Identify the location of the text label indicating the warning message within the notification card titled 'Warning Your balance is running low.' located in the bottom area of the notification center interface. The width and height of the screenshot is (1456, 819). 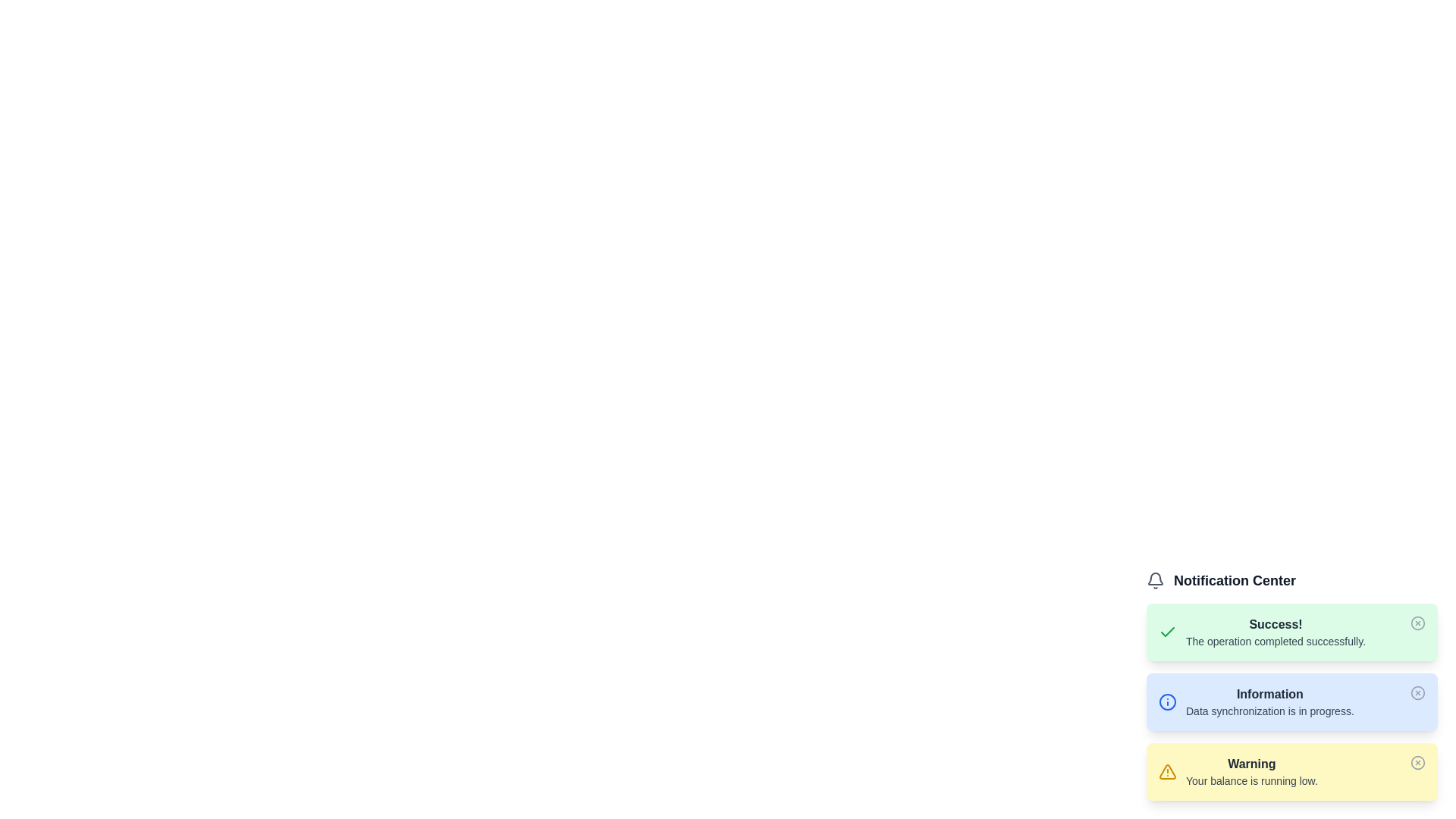
(1251, 764).